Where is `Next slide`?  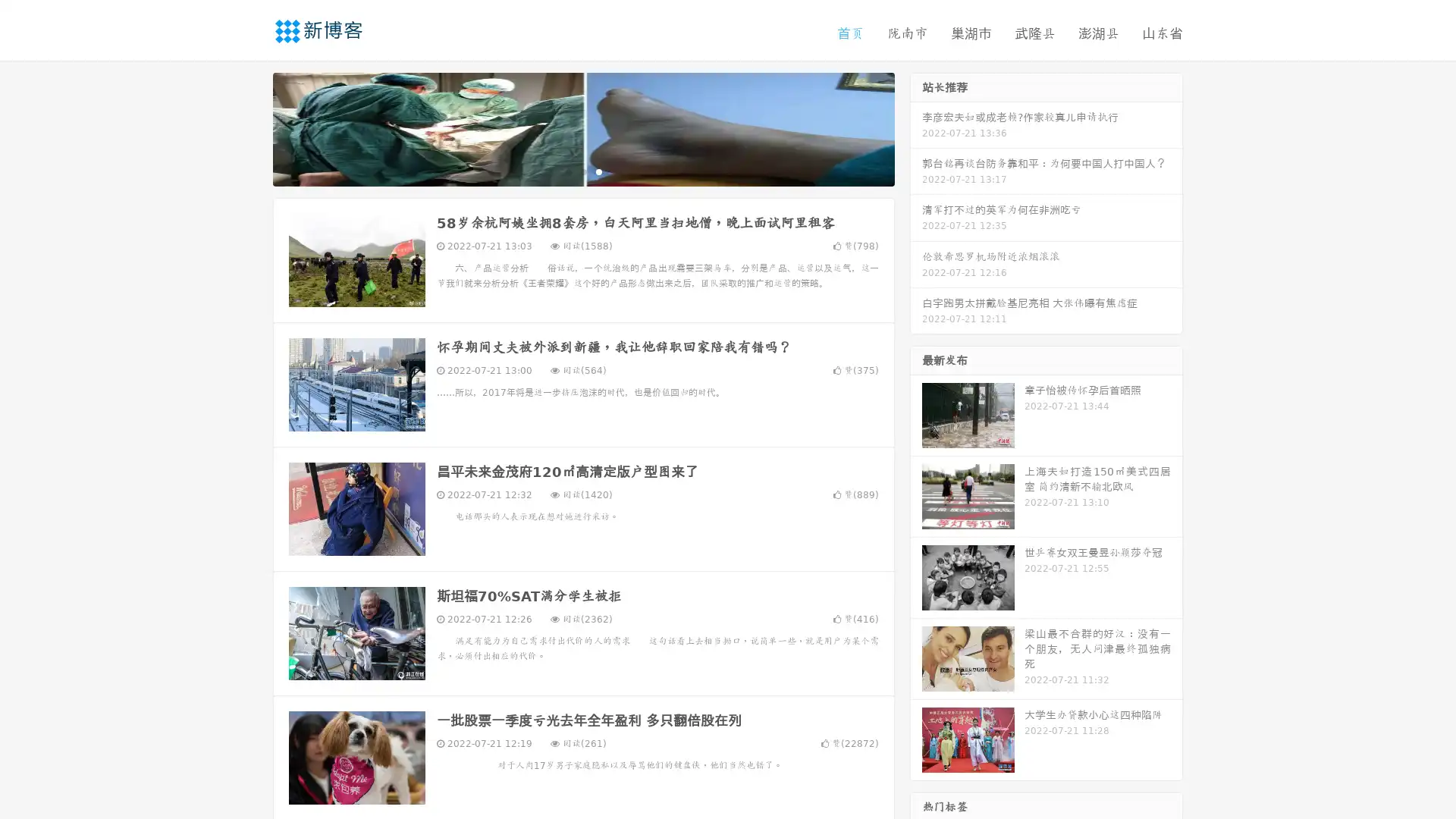
Next slide is located at coordinates (916, 127).